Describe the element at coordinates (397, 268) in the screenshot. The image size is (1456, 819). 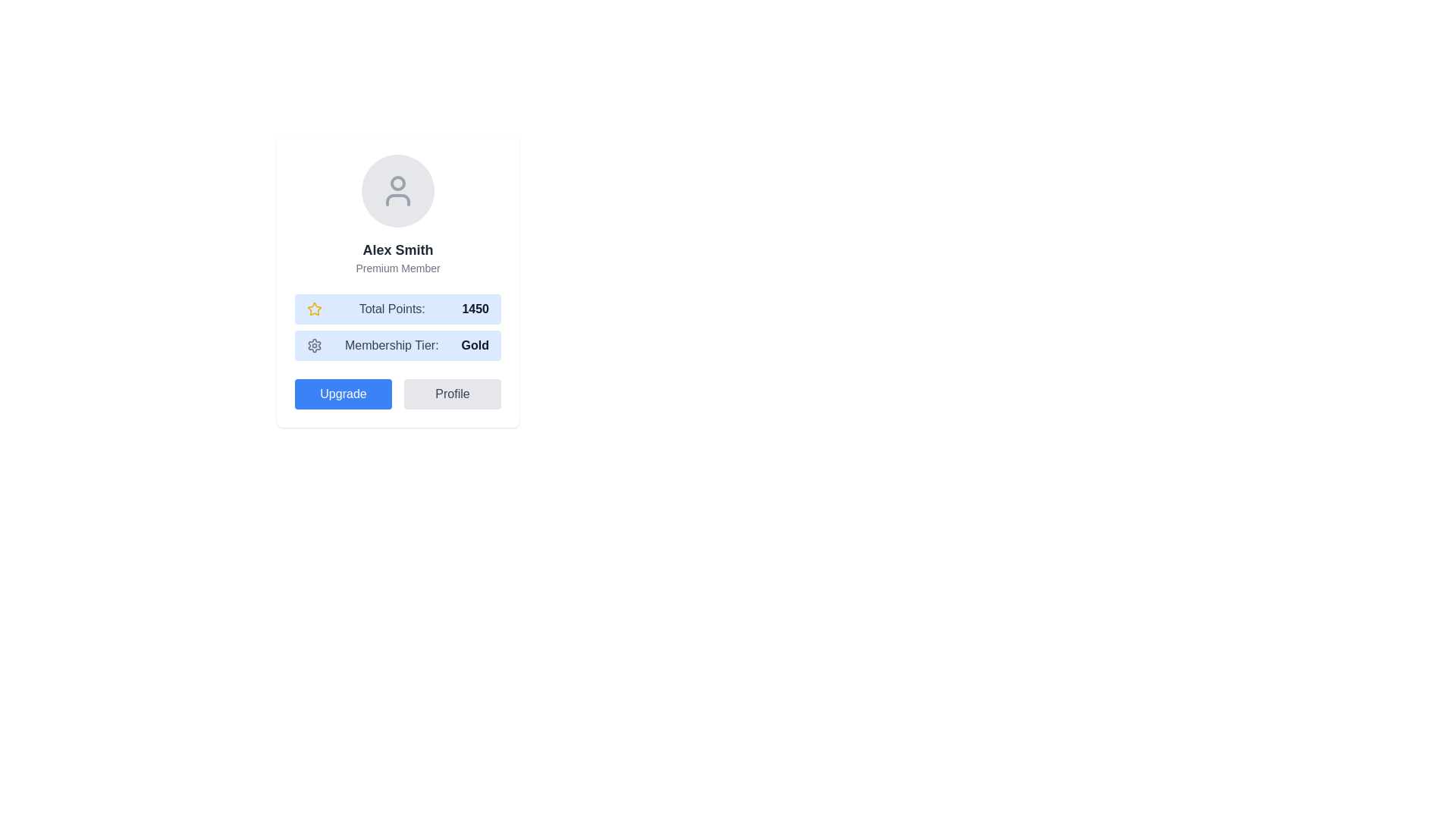
I see `the 'Premium Member' text label located beneath 'Alex Smith' in the profile card layout` at that location.